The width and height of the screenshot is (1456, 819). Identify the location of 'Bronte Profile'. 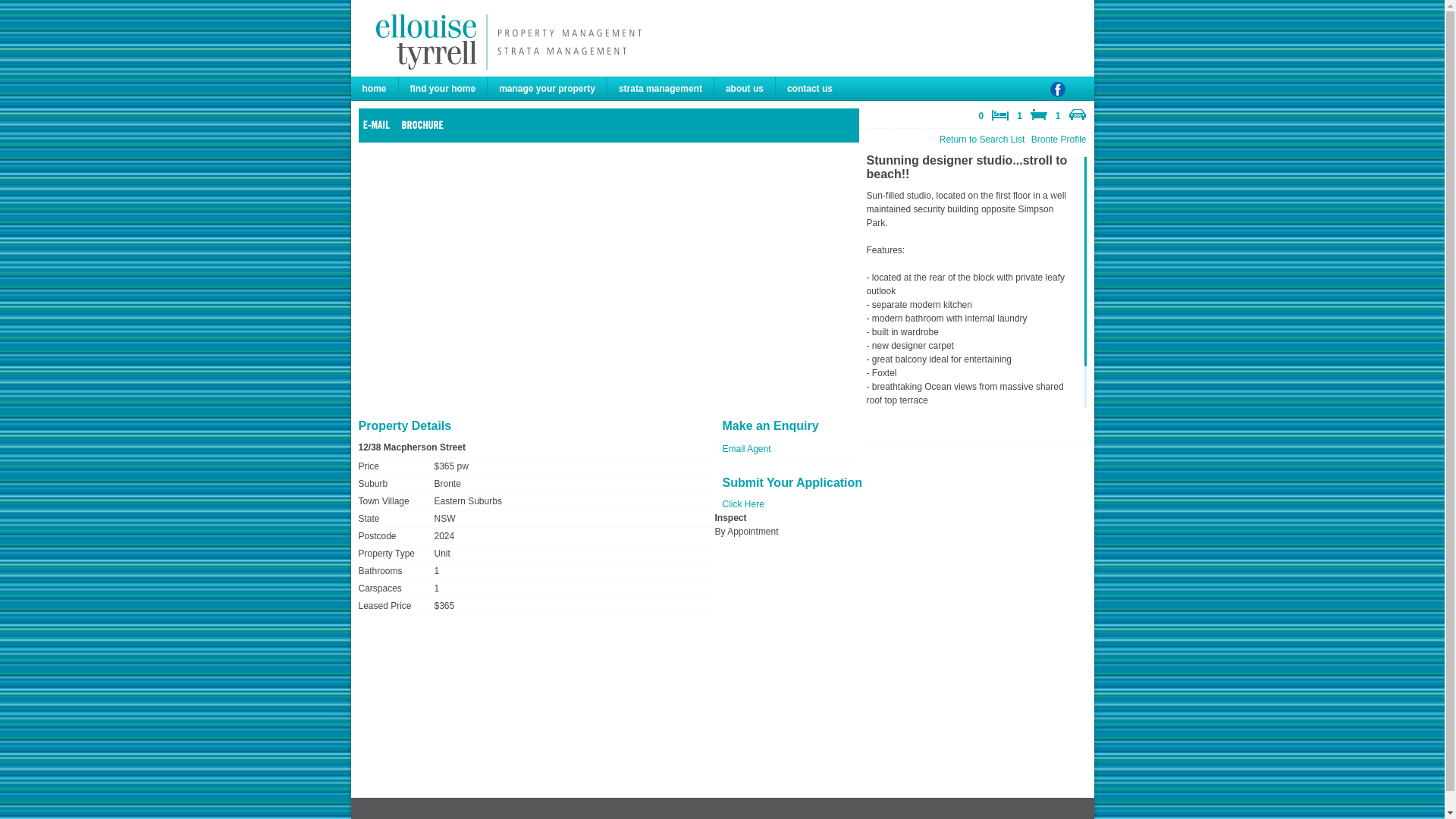
(1058, 140).